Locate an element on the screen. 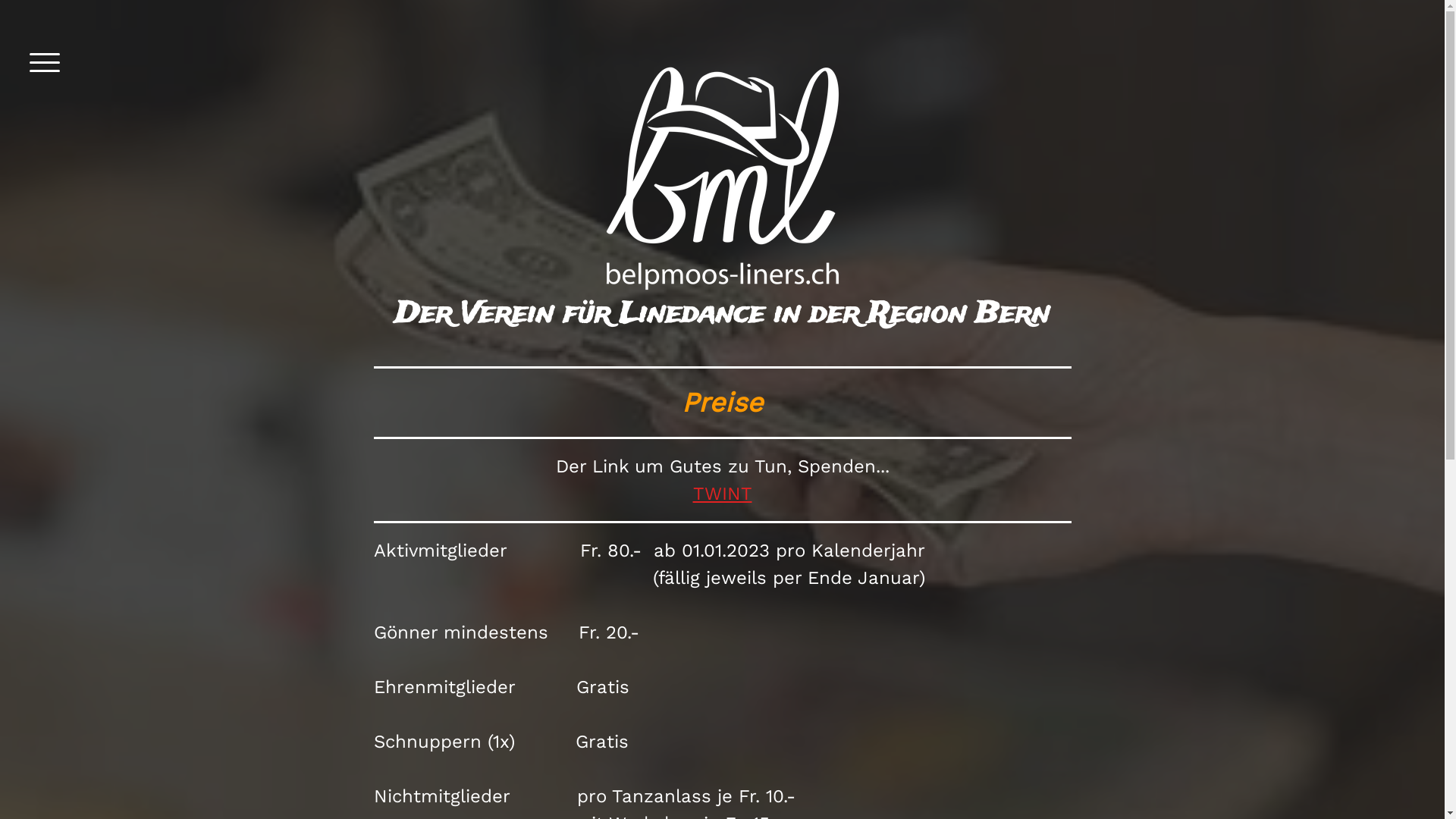 This screenshot has width=1456, height=819. 'TWINT' is located at coordinates (692, 494).